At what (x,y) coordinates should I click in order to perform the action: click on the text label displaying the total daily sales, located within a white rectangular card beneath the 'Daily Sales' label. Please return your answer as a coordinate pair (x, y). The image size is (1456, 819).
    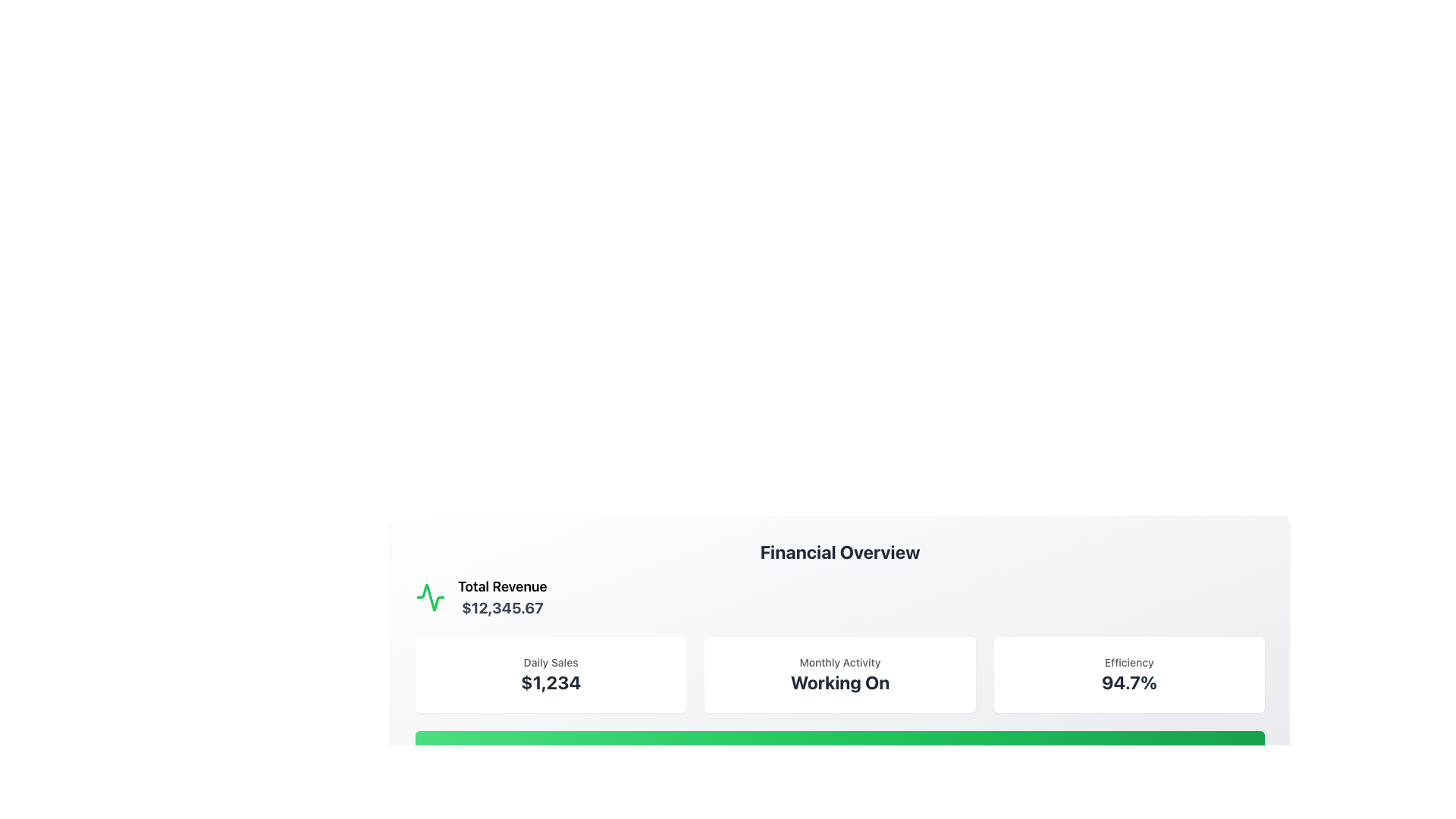
    Looking at the image, I should click on (550, 681).